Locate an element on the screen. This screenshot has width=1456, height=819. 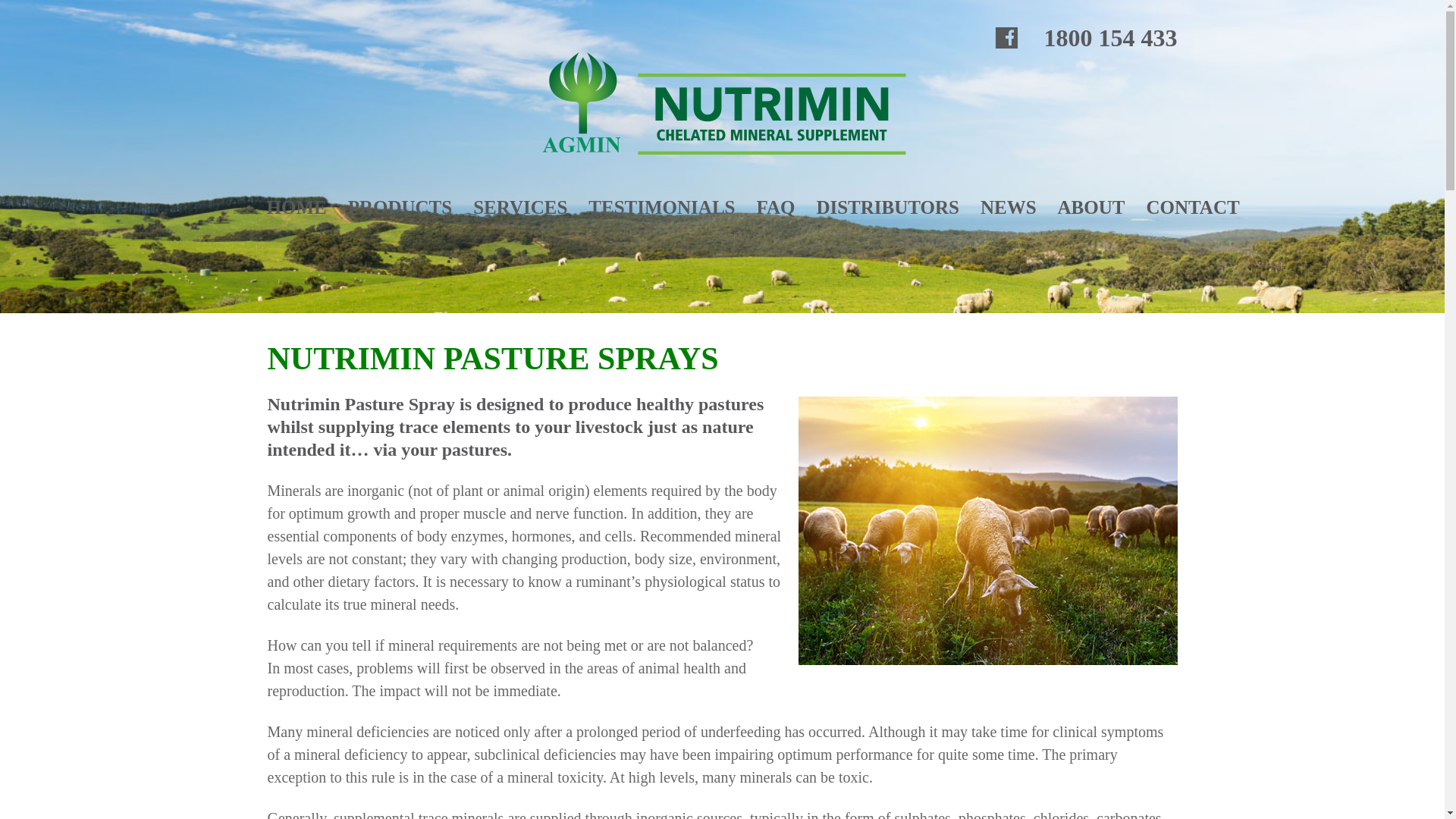
'ABOUT' is located at coordinates (1090, 207).